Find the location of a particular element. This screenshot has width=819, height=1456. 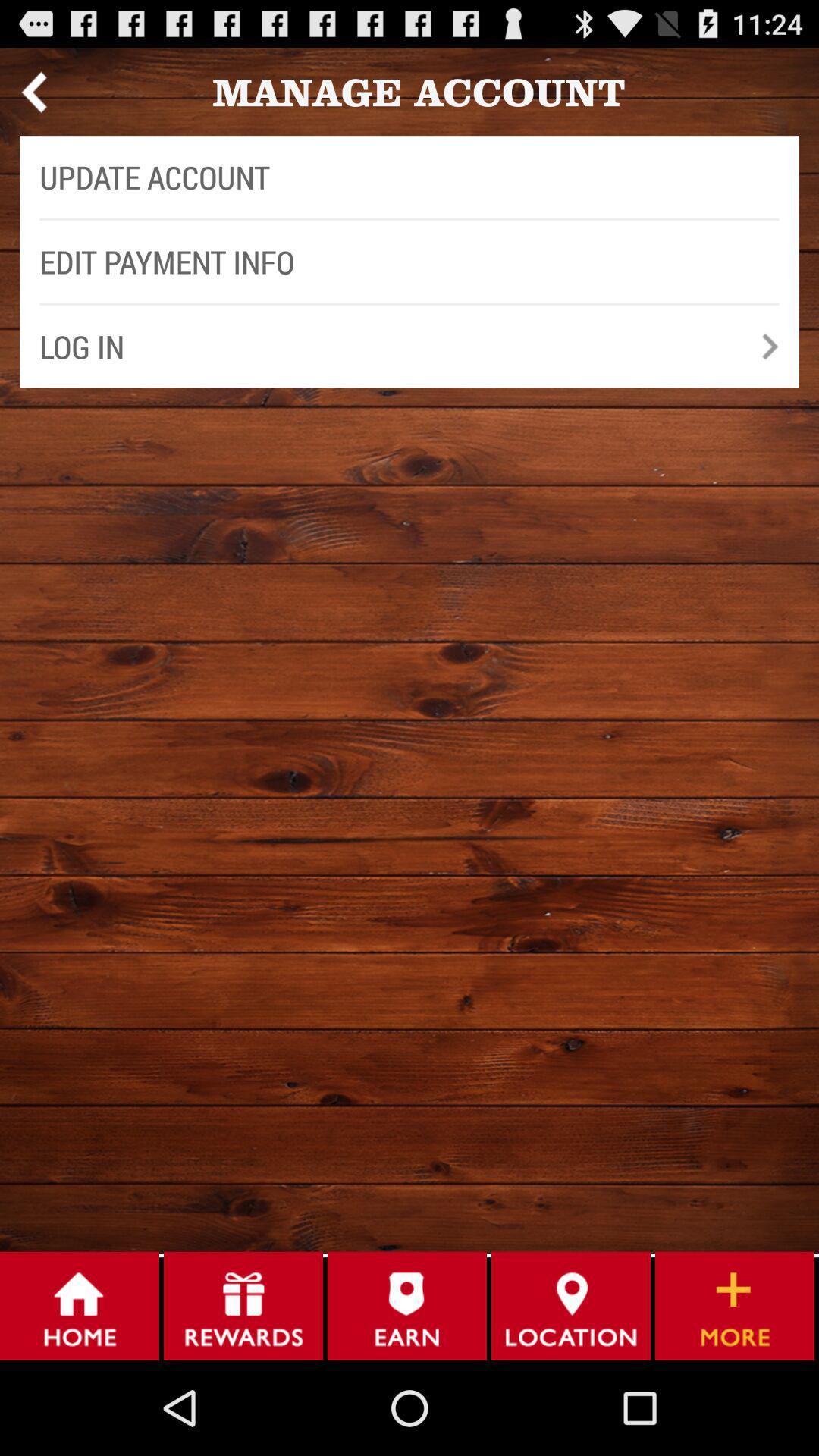

the arrow_backward icon is located at coordinates (33, 97).